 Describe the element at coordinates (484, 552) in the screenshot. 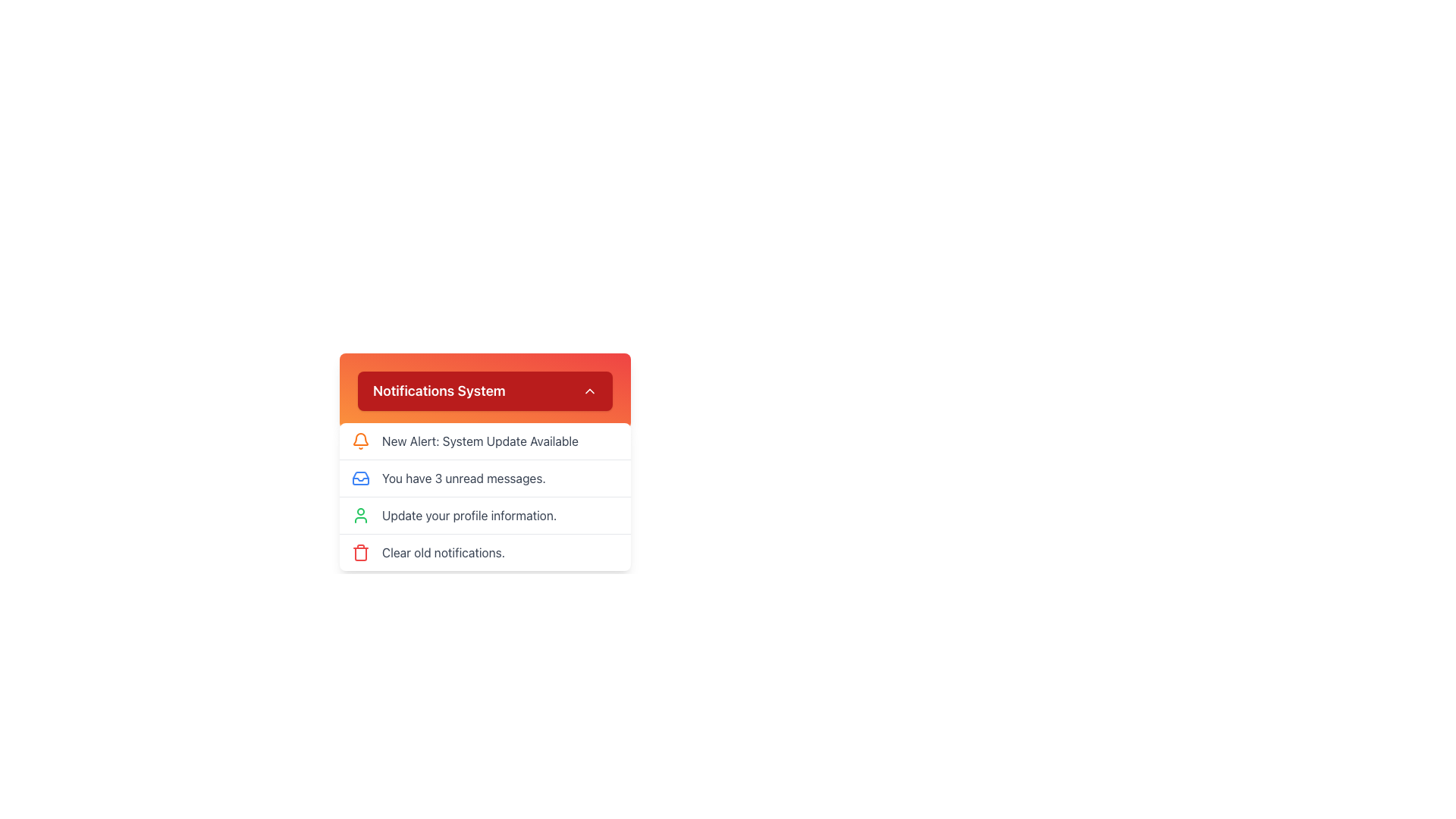

I see `the fourth item in the dropdown list under the 'Notifications System' header to potentially clear old notifications` at that location.